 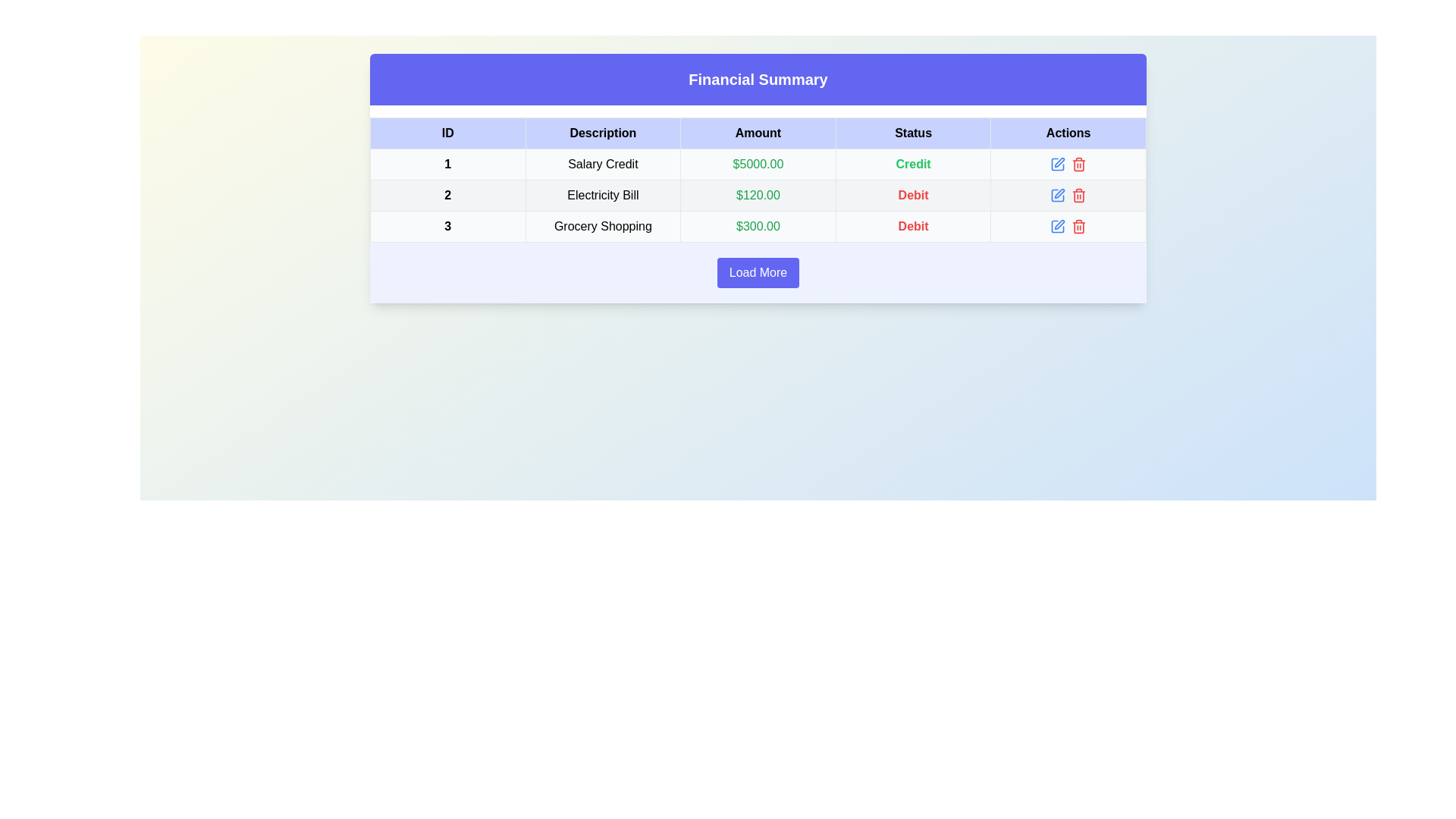 What do you see at coordinates (758, 164) in the screenshot?
I see `the green-colored static text element displaying '$5000.00', which is located in the third column of the first row within a financial summary table` at bounding box center [758, 164].